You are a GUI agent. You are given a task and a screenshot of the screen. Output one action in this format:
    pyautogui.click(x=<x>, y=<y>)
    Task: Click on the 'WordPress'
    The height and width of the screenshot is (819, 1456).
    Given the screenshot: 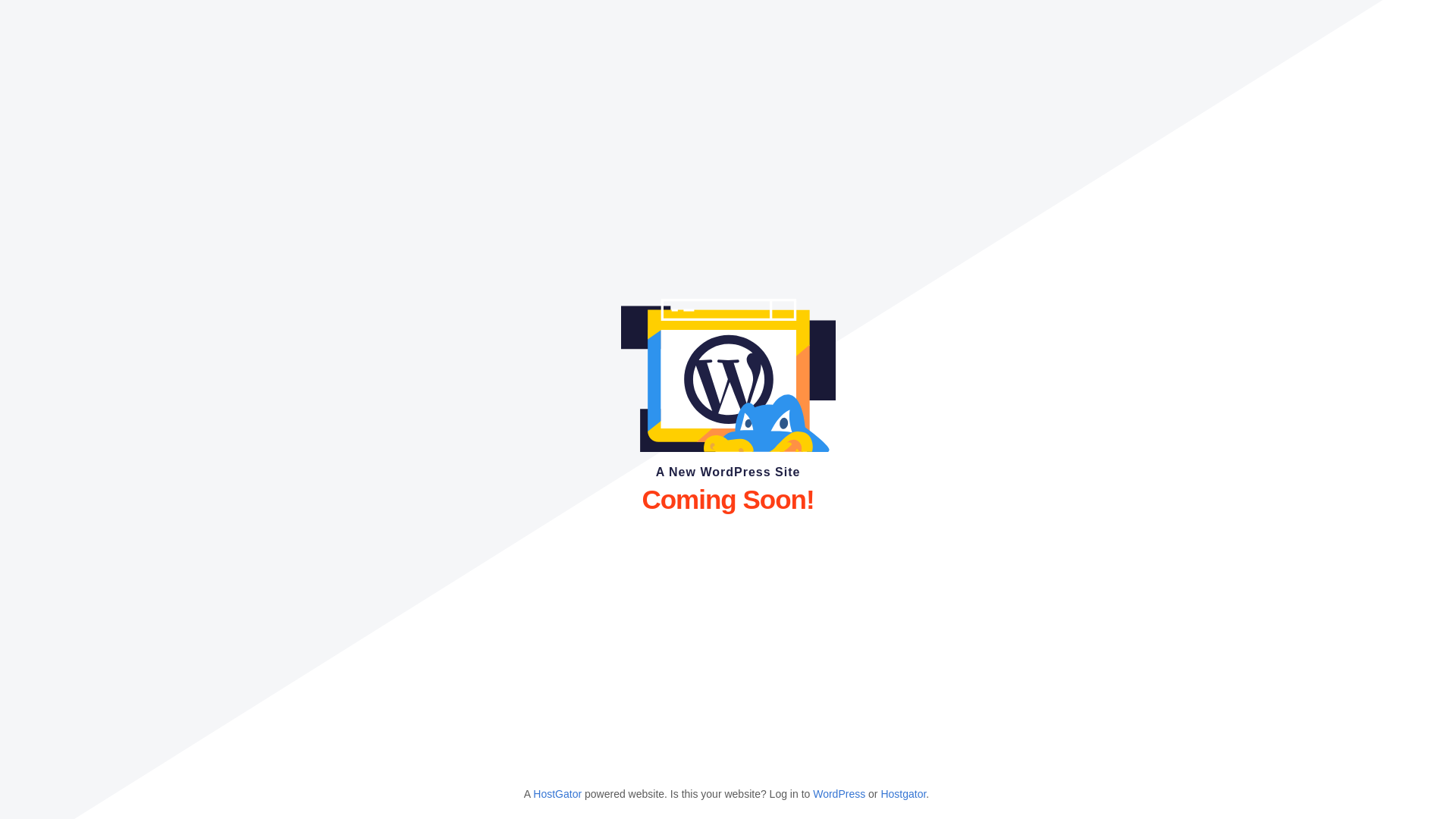 What is the action you would take?
    pyautogui.click(x=838, y=792)
    